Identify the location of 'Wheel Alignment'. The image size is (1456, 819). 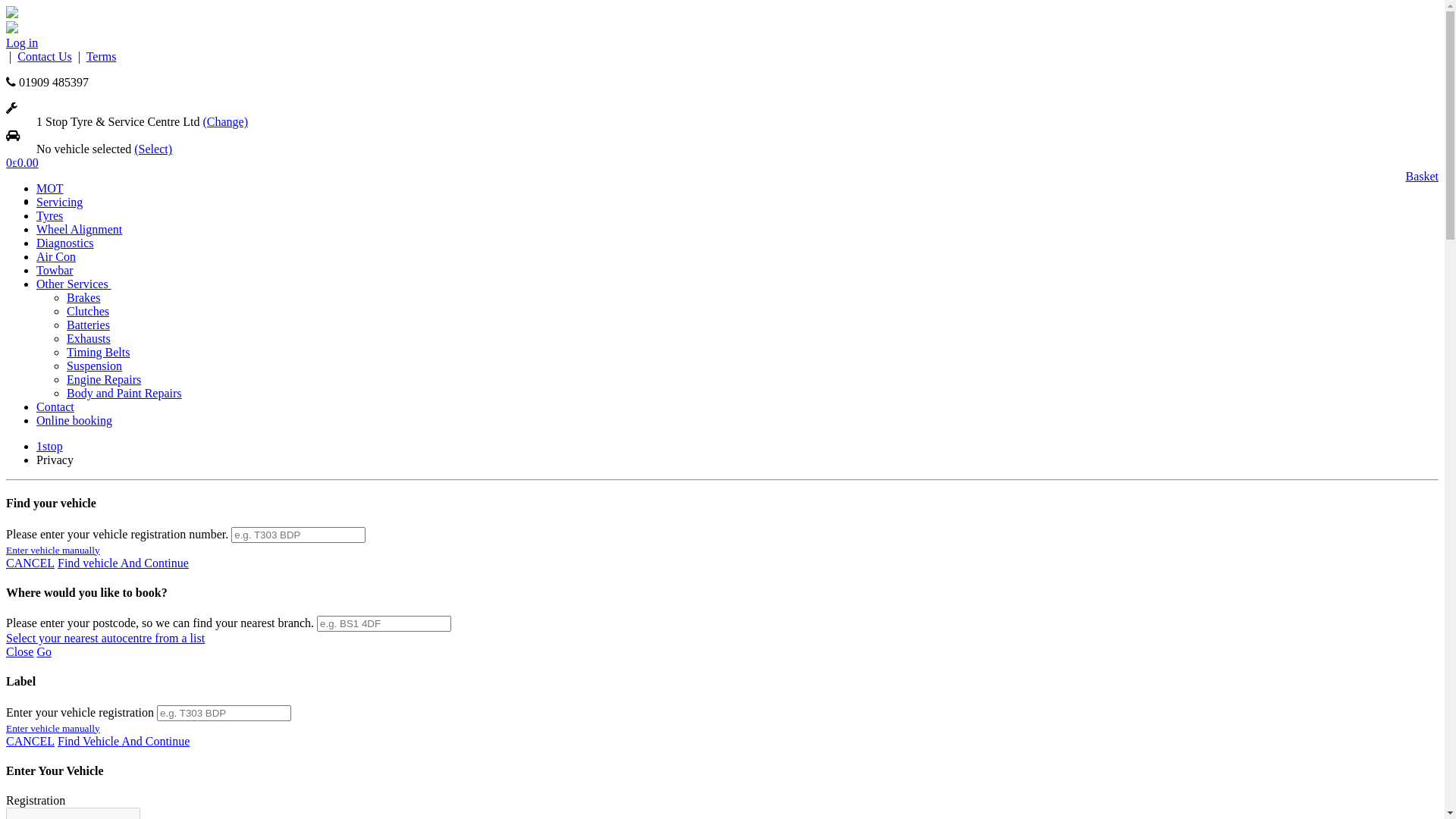
(78, 229).